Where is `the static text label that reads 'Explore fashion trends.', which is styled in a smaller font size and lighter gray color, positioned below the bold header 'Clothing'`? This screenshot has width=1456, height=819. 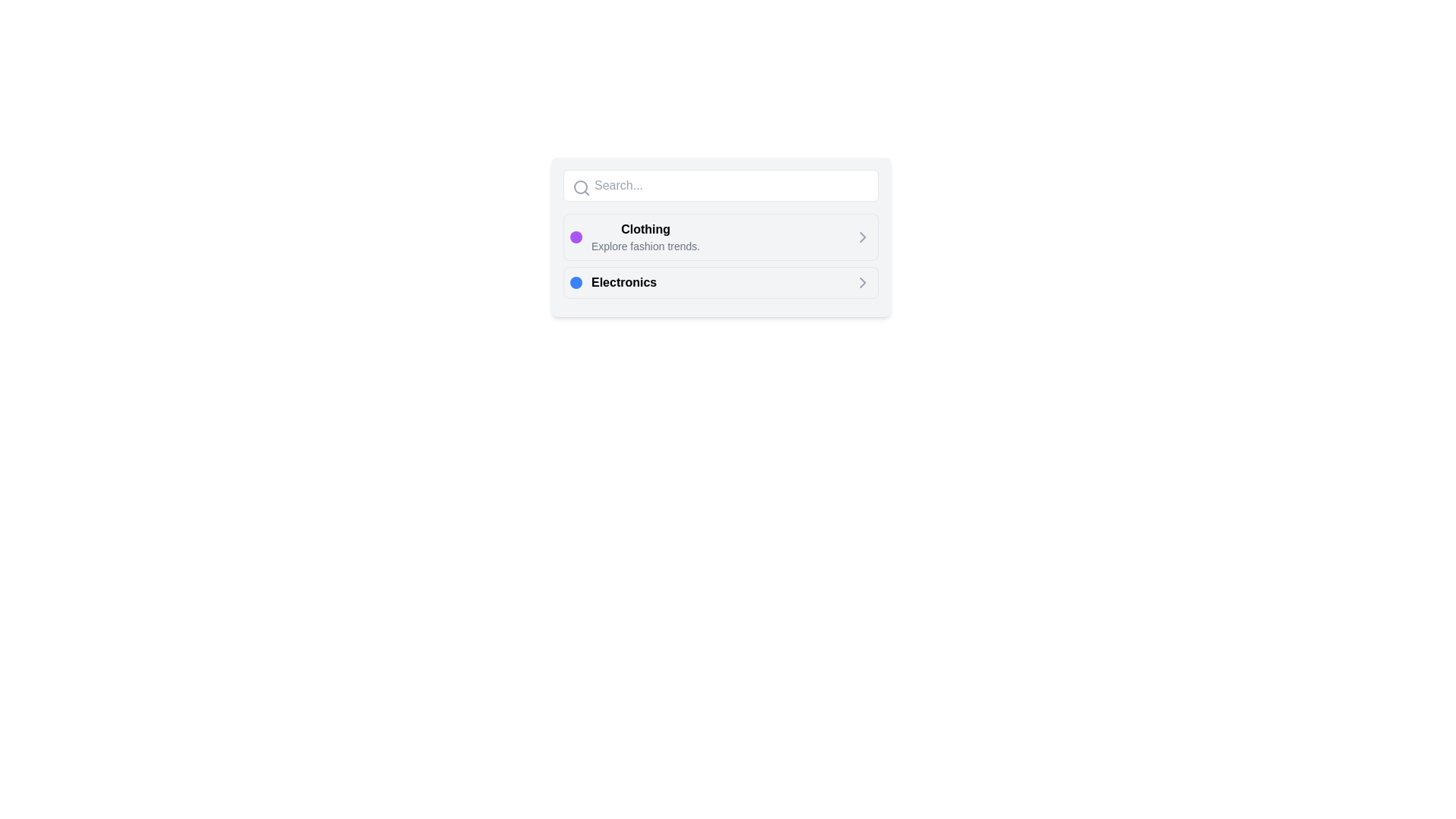 the static text label that reads 'Explore fashion trends.', which is styled in a smaller font size and lighter gray color, positioned below the bold header 'Clothing' is located at coordinates (645, 245).